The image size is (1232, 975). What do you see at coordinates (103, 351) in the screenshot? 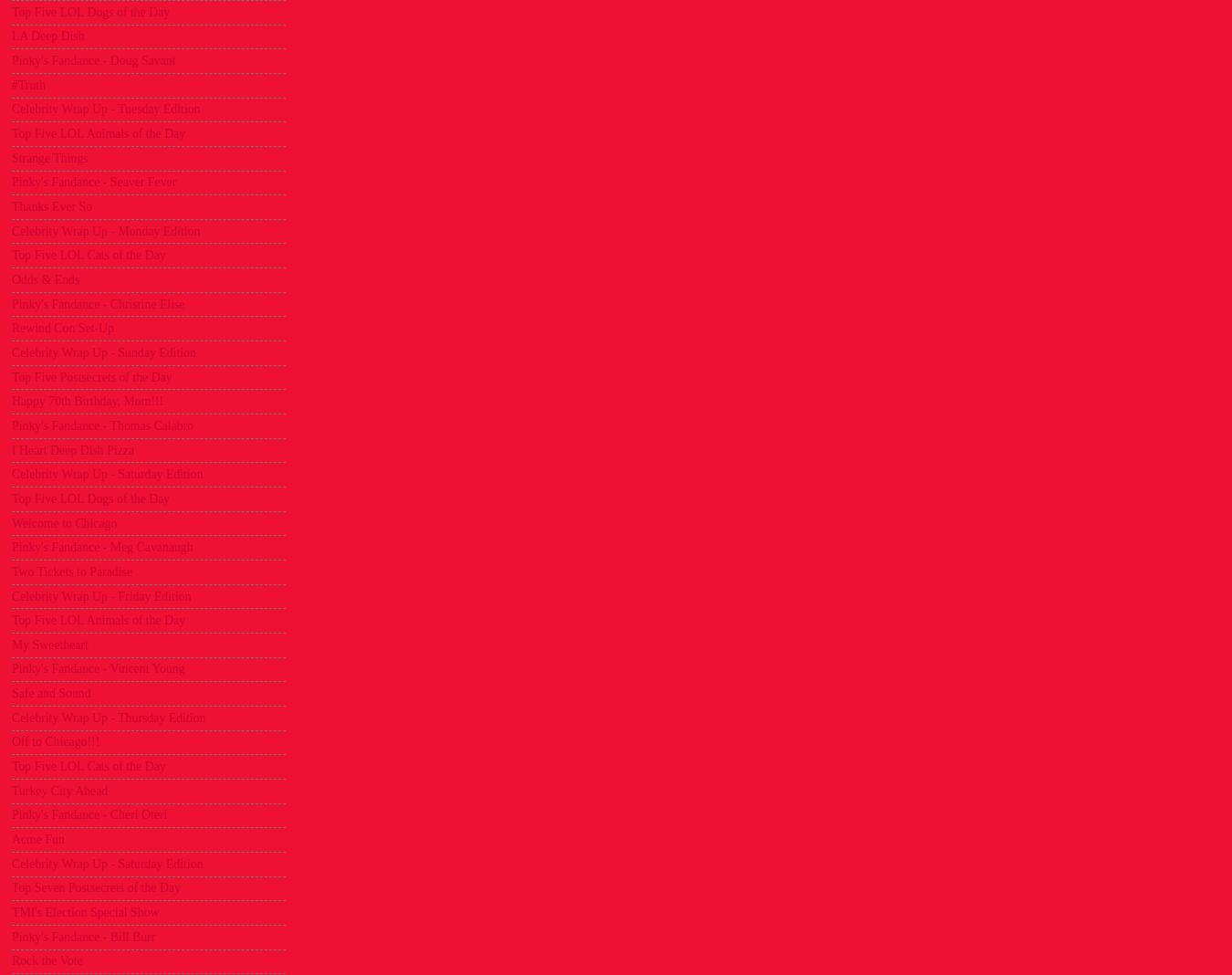
I see `'Celebrity Wrap Up - Sunday Edition'` at bounding box center [103, 351].